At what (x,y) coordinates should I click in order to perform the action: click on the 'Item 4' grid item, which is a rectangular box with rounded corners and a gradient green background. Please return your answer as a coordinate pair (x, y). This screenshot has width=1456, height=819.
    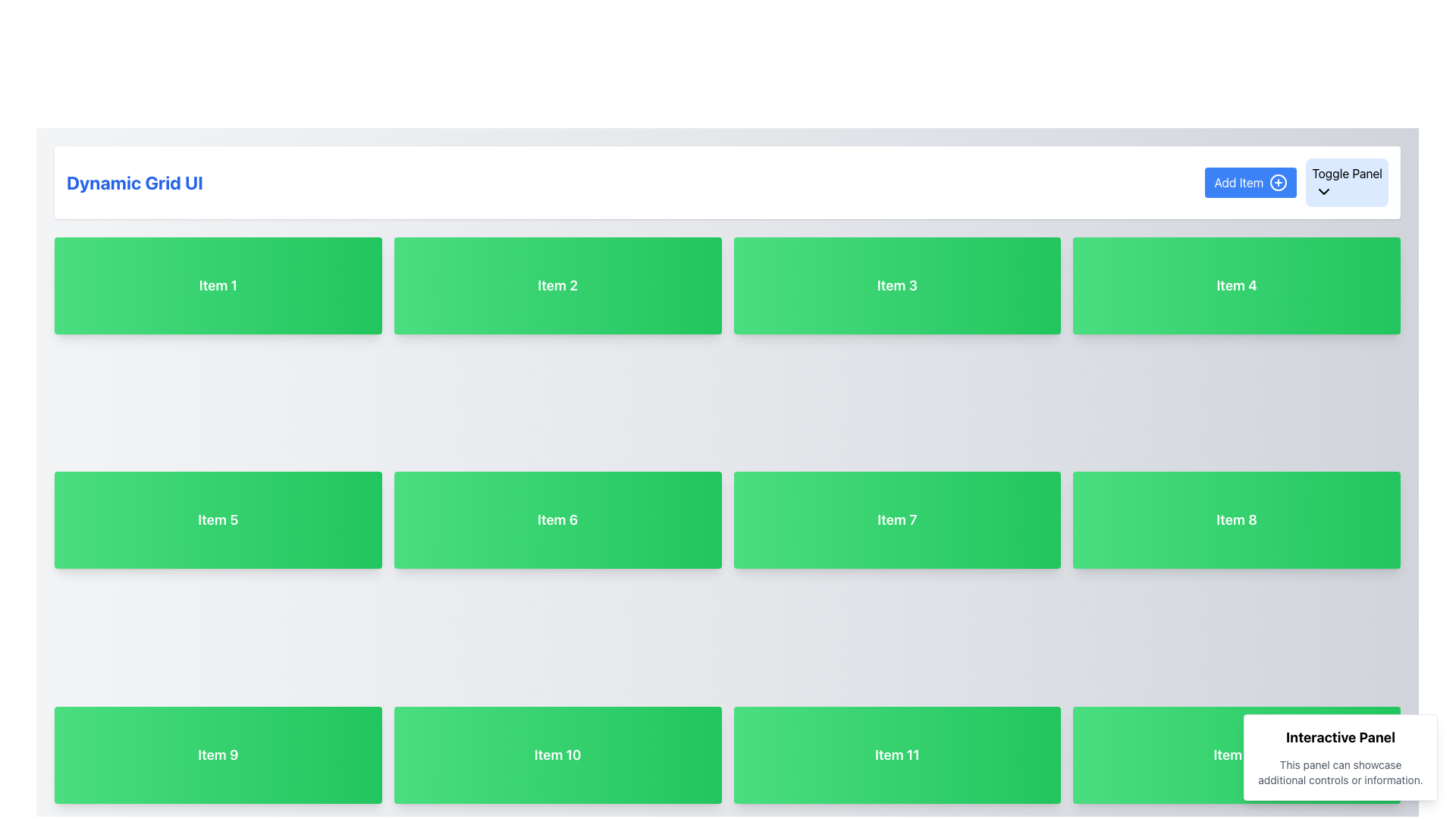
    Looking at the image, I should click on (1237, 286).